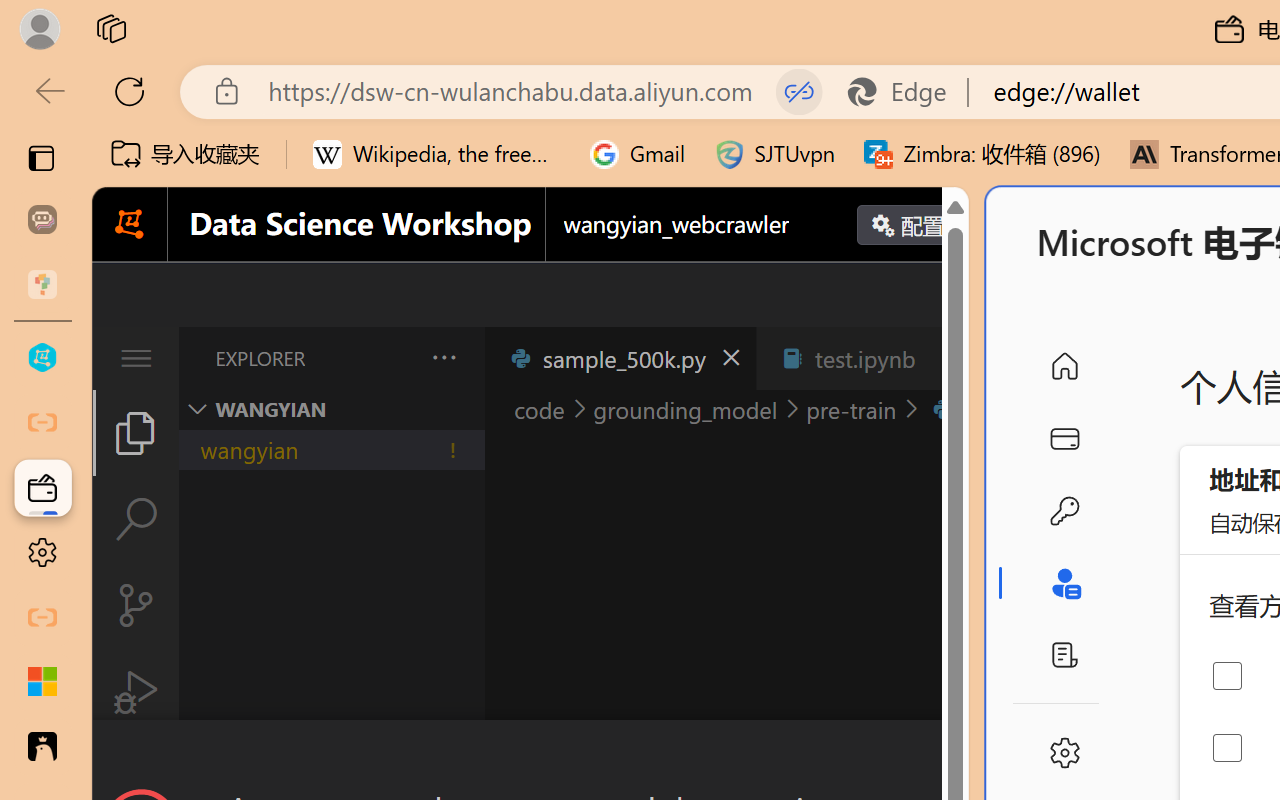 This screenshot has width=1280, height=800. Describe the element at coordinates (905, 91) in the screenshot. I see `'Edge'` at that location.